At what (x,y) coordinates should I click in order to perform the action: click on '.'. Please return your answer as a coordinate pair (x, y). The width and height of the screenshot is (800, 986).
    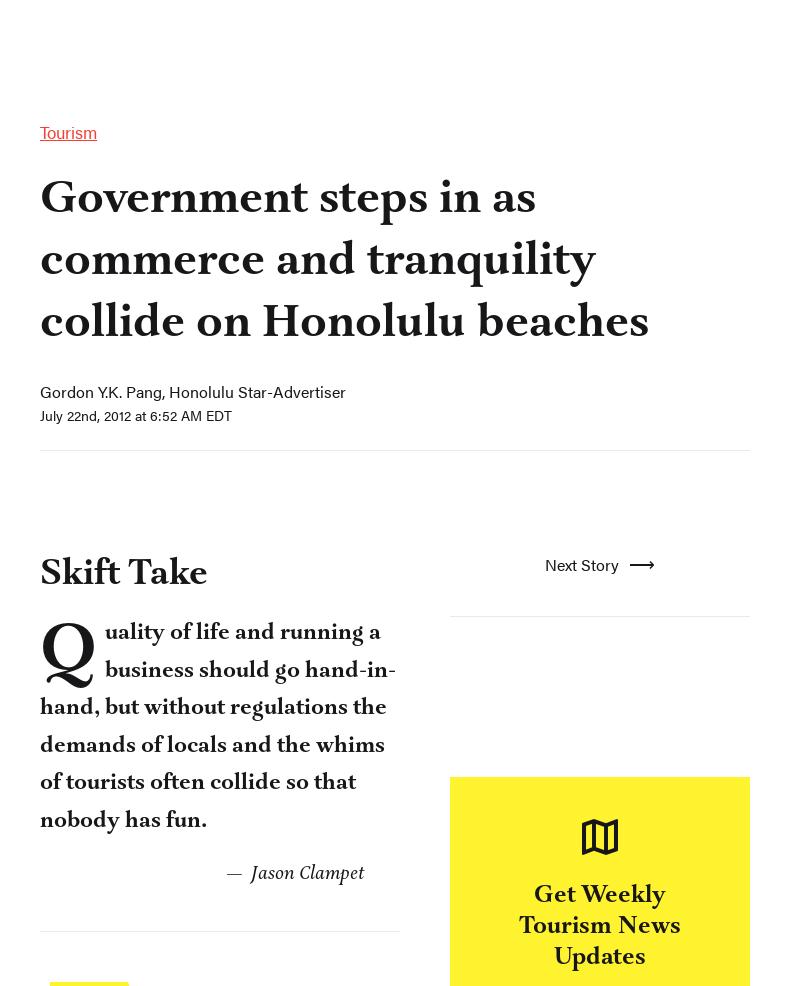
    Looking at the image, I should click on (171, 297).